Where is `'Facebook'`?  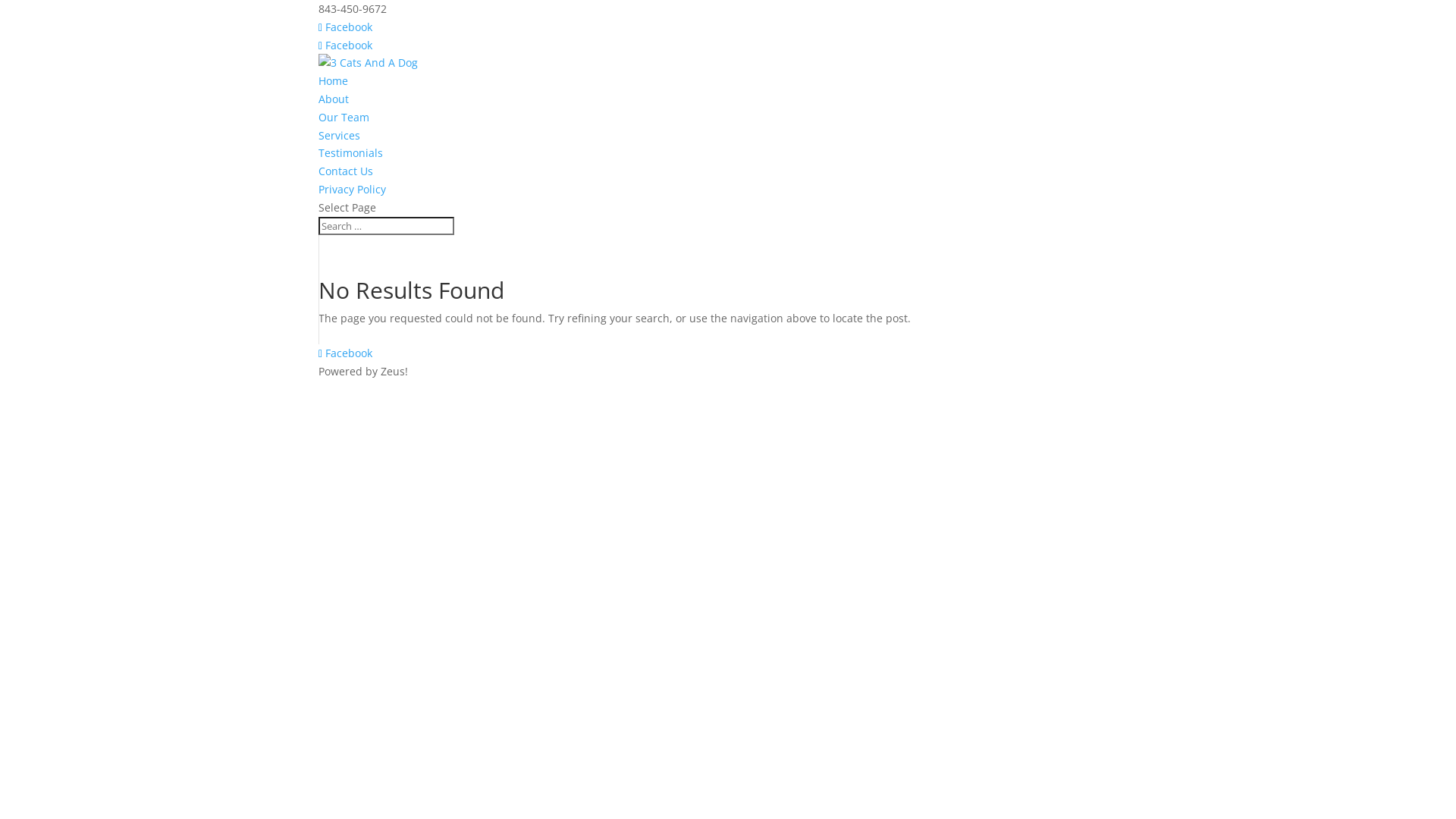 'Facebook' is located at coordinates (344, 44).